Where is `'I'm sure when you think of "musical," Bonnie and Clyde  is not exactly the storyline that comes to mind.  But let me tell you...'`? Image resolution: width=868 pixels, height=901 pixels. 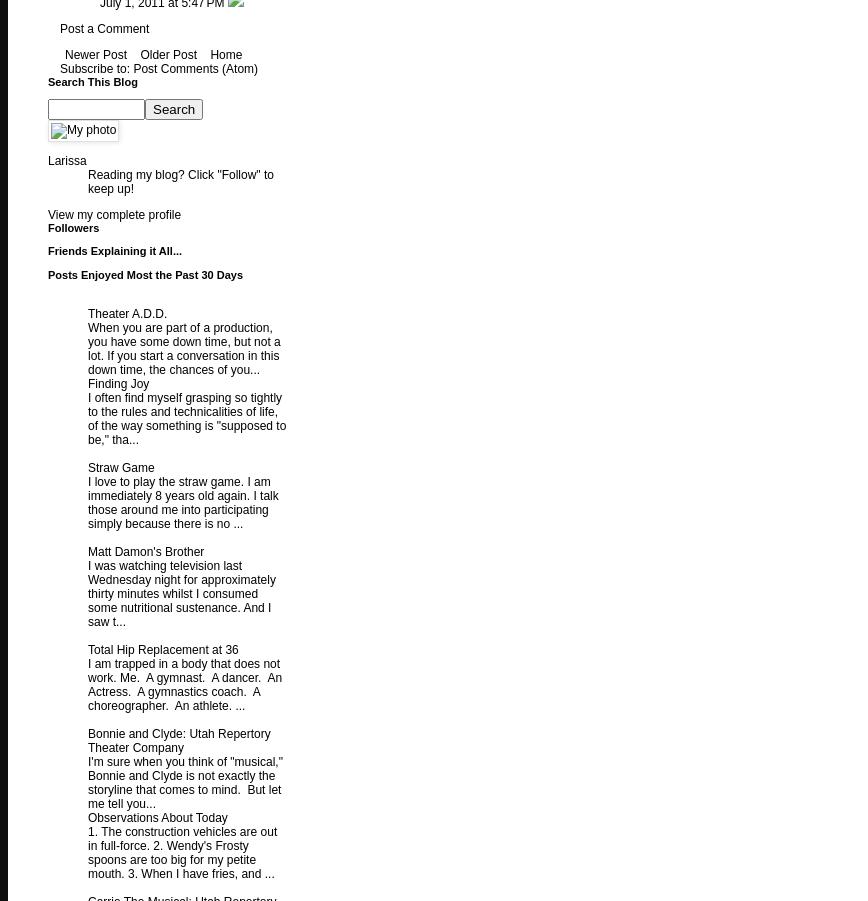 'I'm sure when you think of "musical," Bonnie and Clyde  is not exactly the storyline that comes to mind.  But let me tell you...' is located at coordinates (184, 781).